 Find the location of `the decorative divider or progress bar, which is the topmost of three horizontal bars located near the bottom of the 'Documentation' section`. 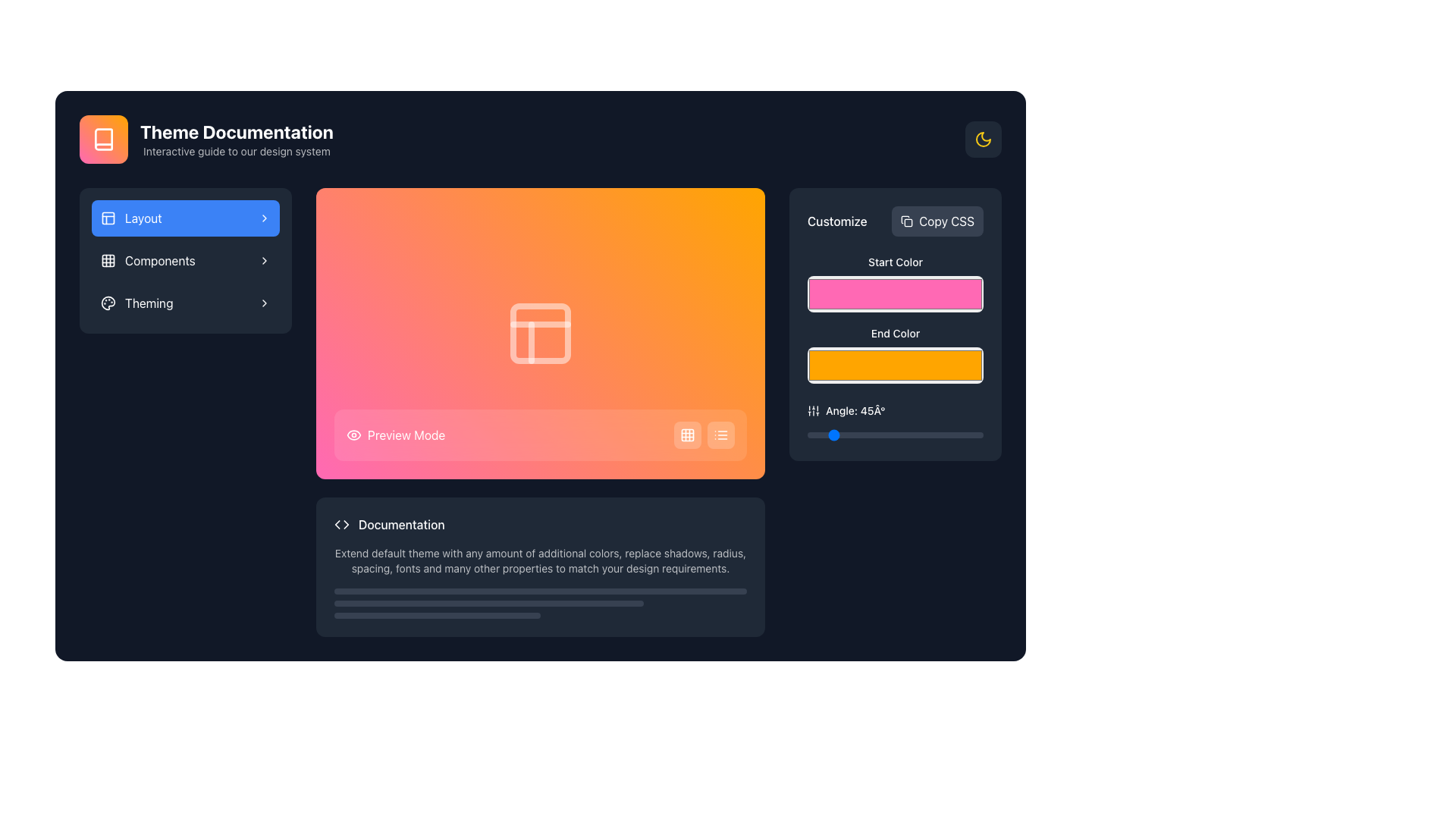

the decorative divider or progress bar, which is the topmost of three horizontal bars located near the bottom of the 'Documentation' section is located at coordinates (541, 590).